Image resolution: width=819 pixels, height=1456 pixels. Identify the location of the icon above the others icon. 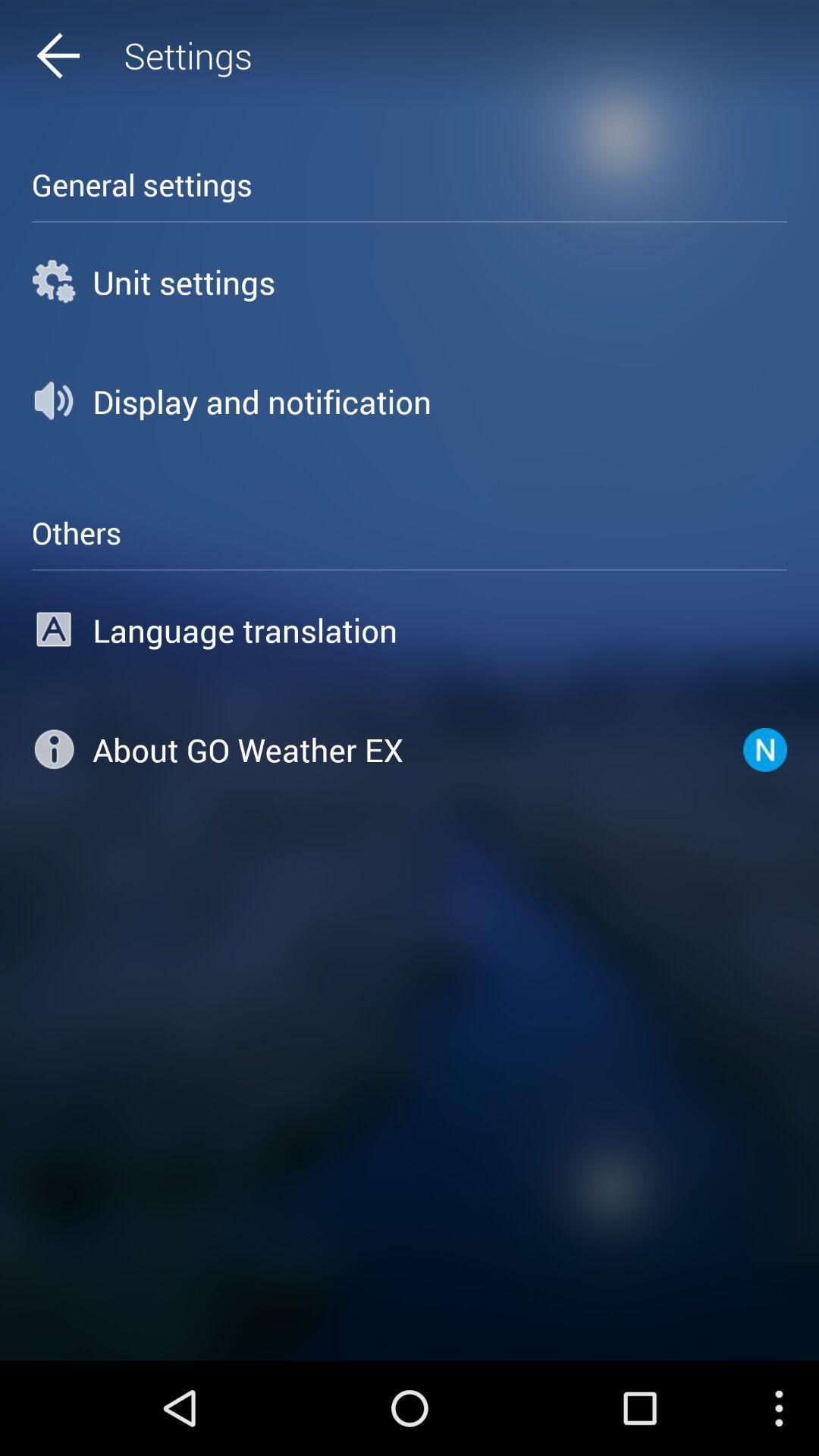
(409, 401).